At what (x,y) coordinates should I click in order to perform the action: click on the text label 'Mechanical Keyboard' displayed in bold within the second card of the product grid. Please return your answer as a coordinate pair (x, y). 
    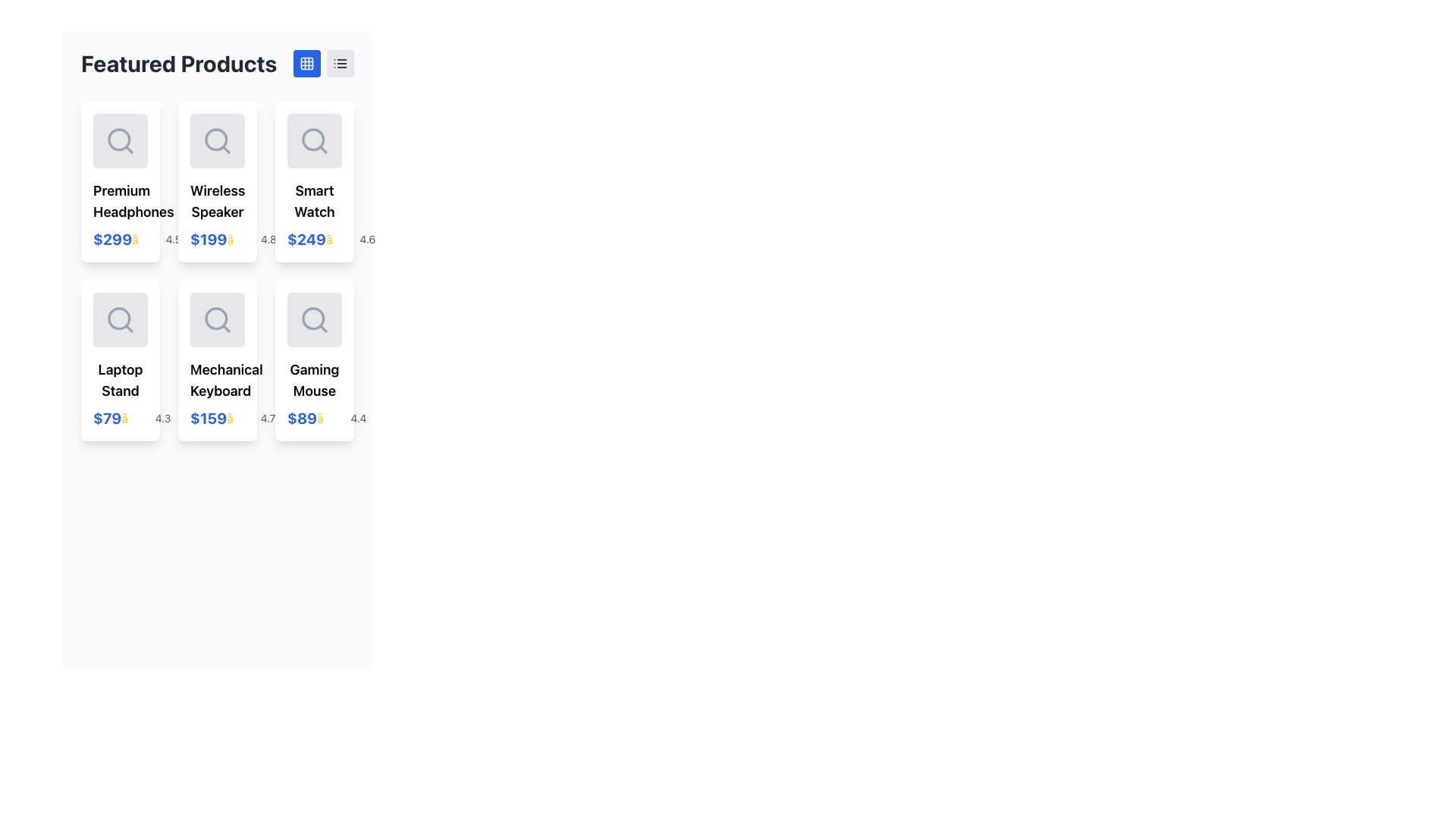
    Looking at the image, I should click on (217, 379).